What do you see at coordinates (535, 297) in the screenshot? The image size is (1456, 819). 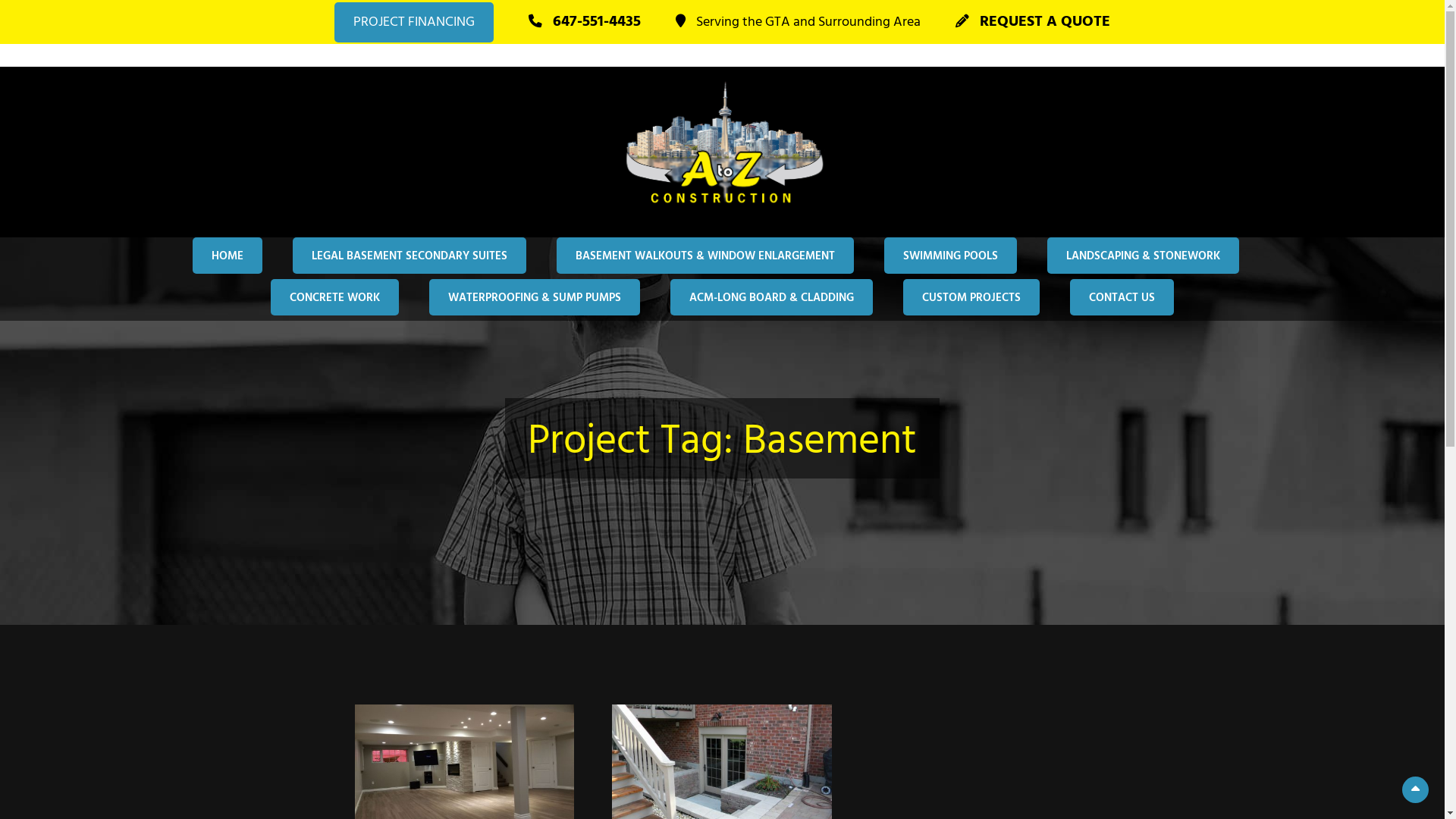 I see `'WATERPROOFING & SUMP PUMPS'` at bounding box center [535, 297].